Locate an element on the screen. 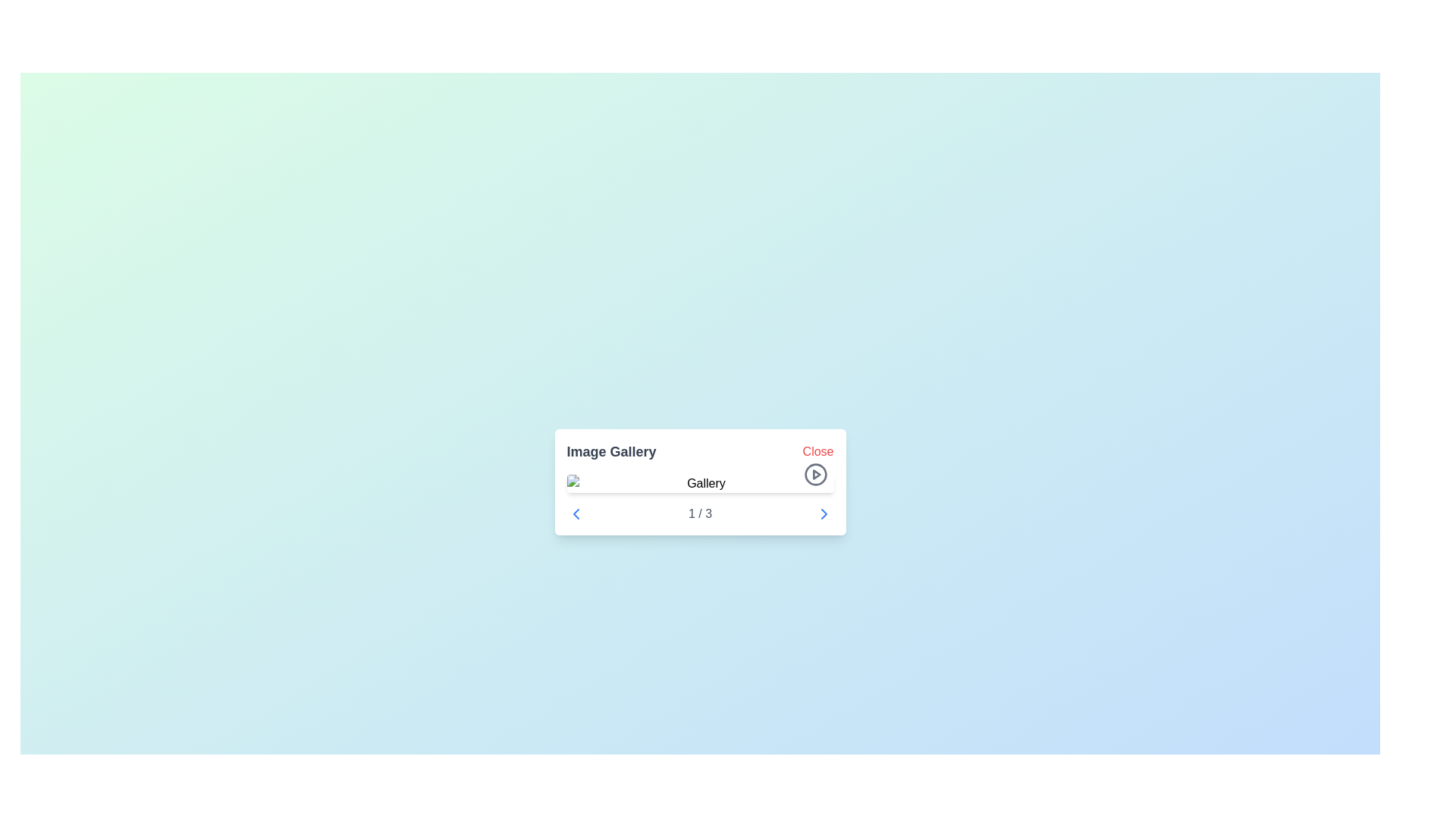 The width and height of the screenshot is (1456, 819). the leftmost icon button in the pagination control is located at coordinates (575, 513).